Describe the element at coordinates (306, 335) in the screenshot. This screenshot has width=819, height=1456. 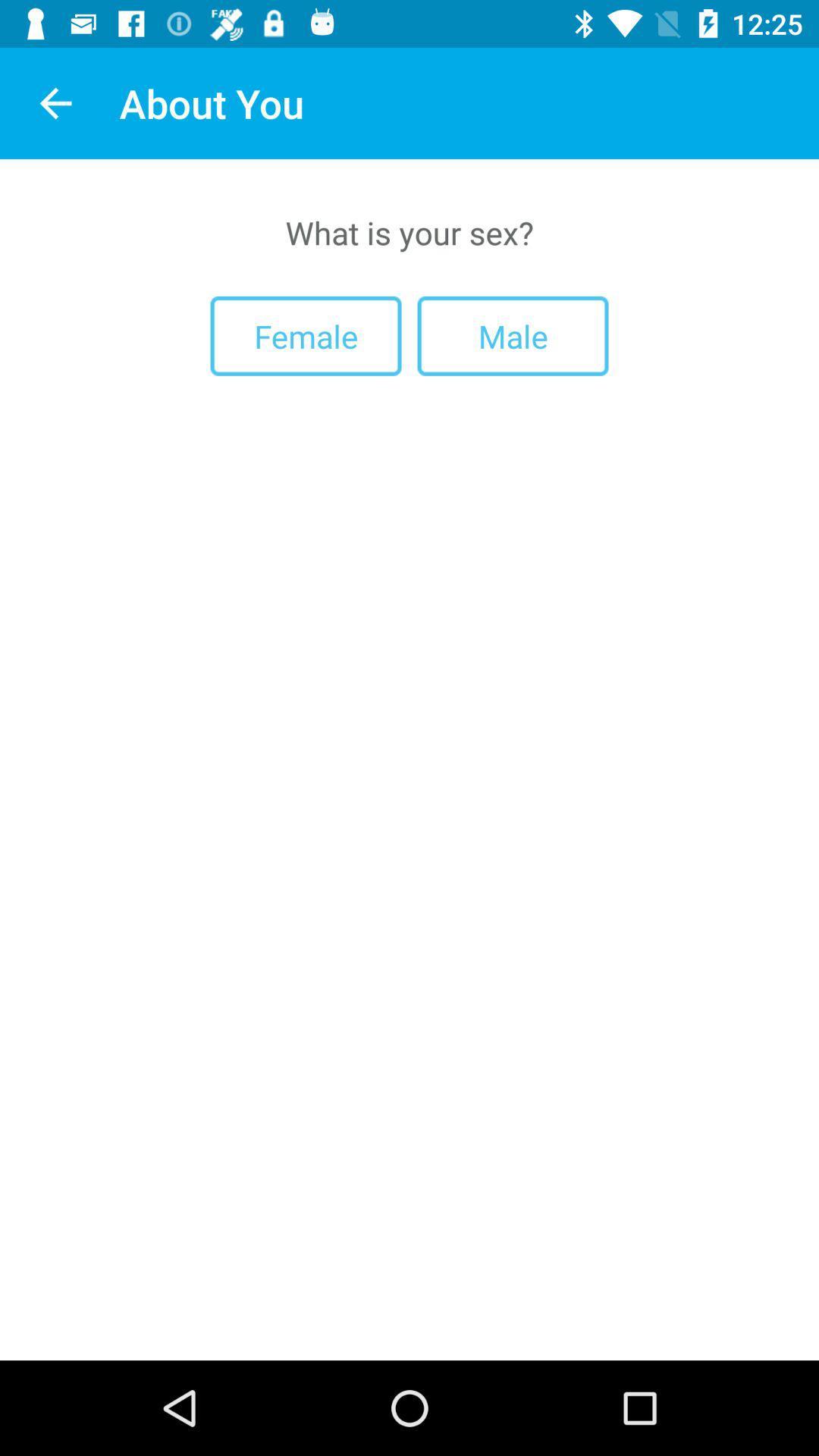
I see `female item` at that location.